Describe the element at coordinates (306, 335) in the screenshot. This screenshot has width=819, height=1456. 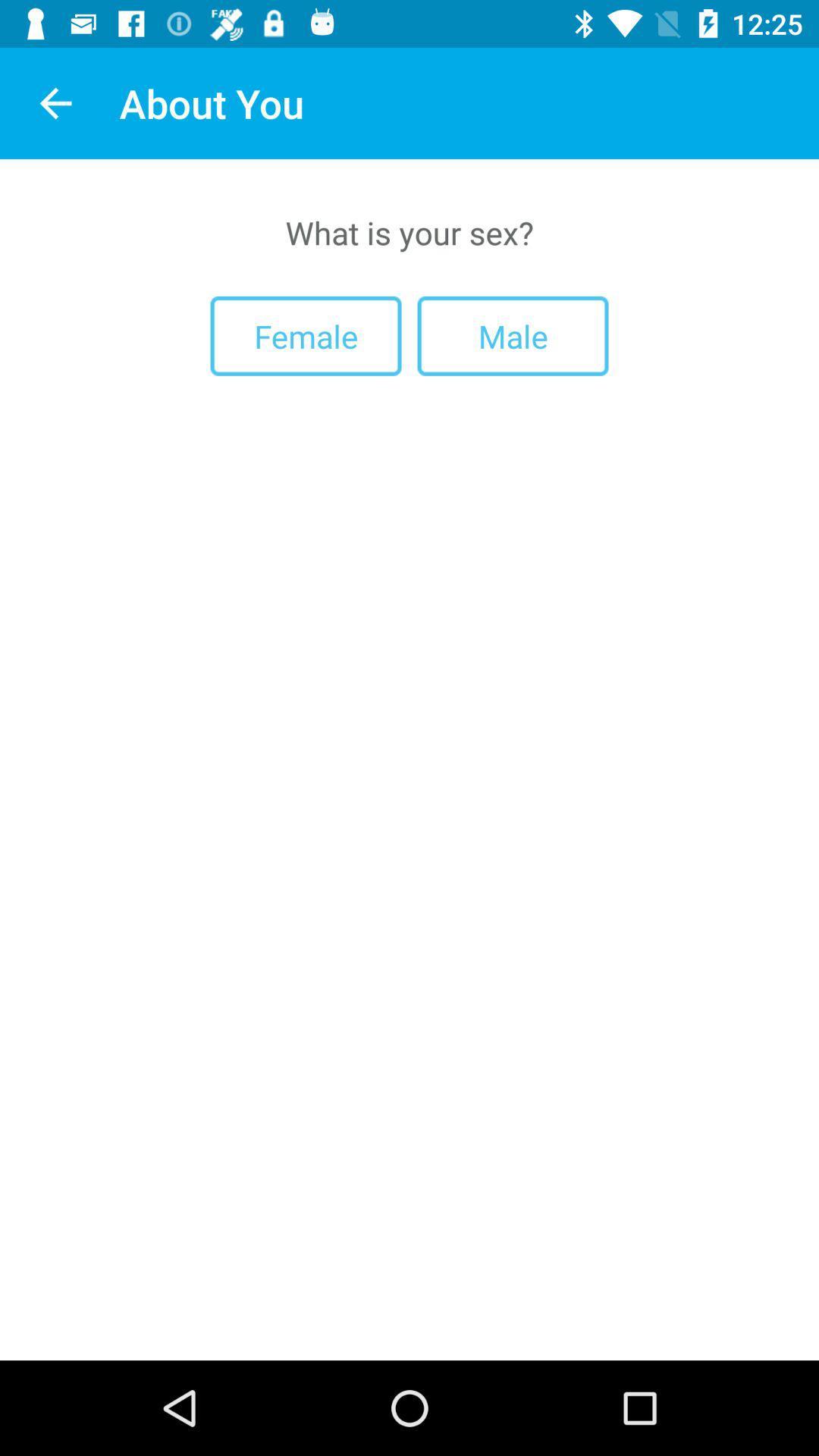
I see `female item` at that location.